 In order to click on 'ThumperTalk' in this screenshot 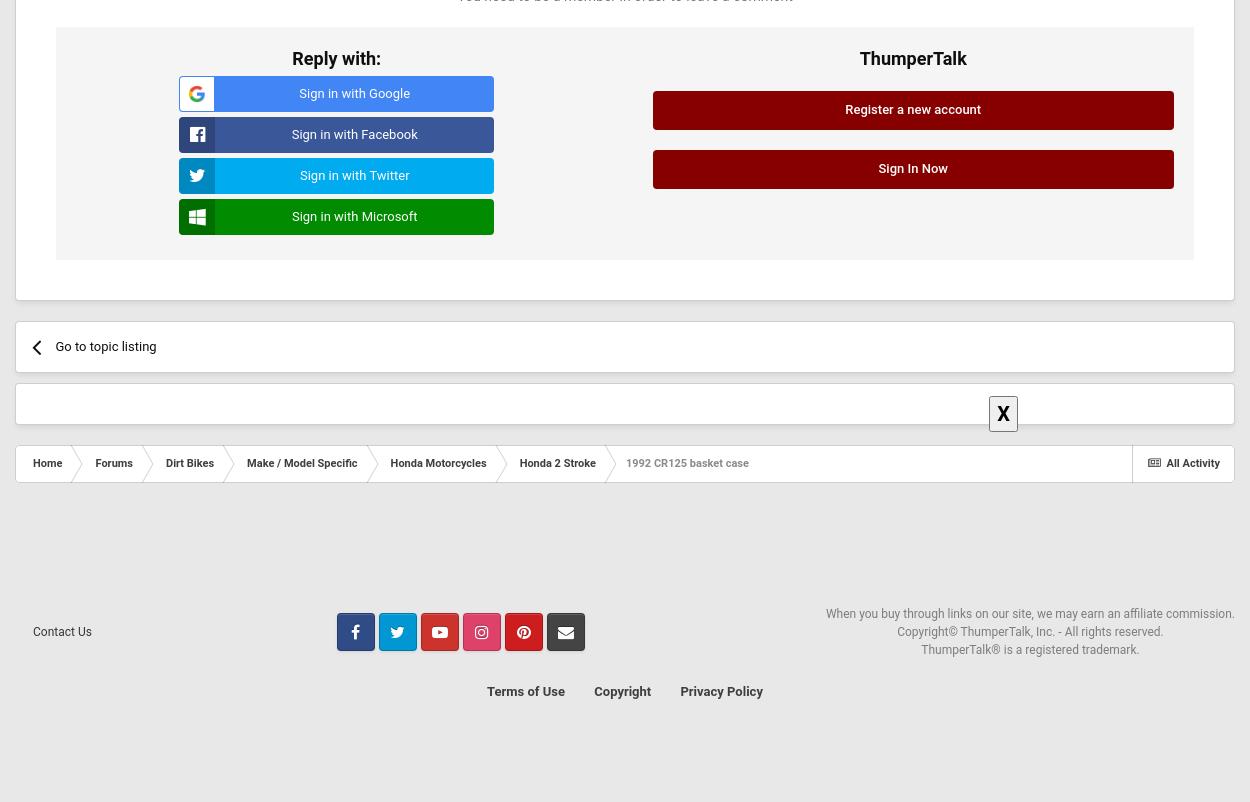, I will do `click(912, 57)`.